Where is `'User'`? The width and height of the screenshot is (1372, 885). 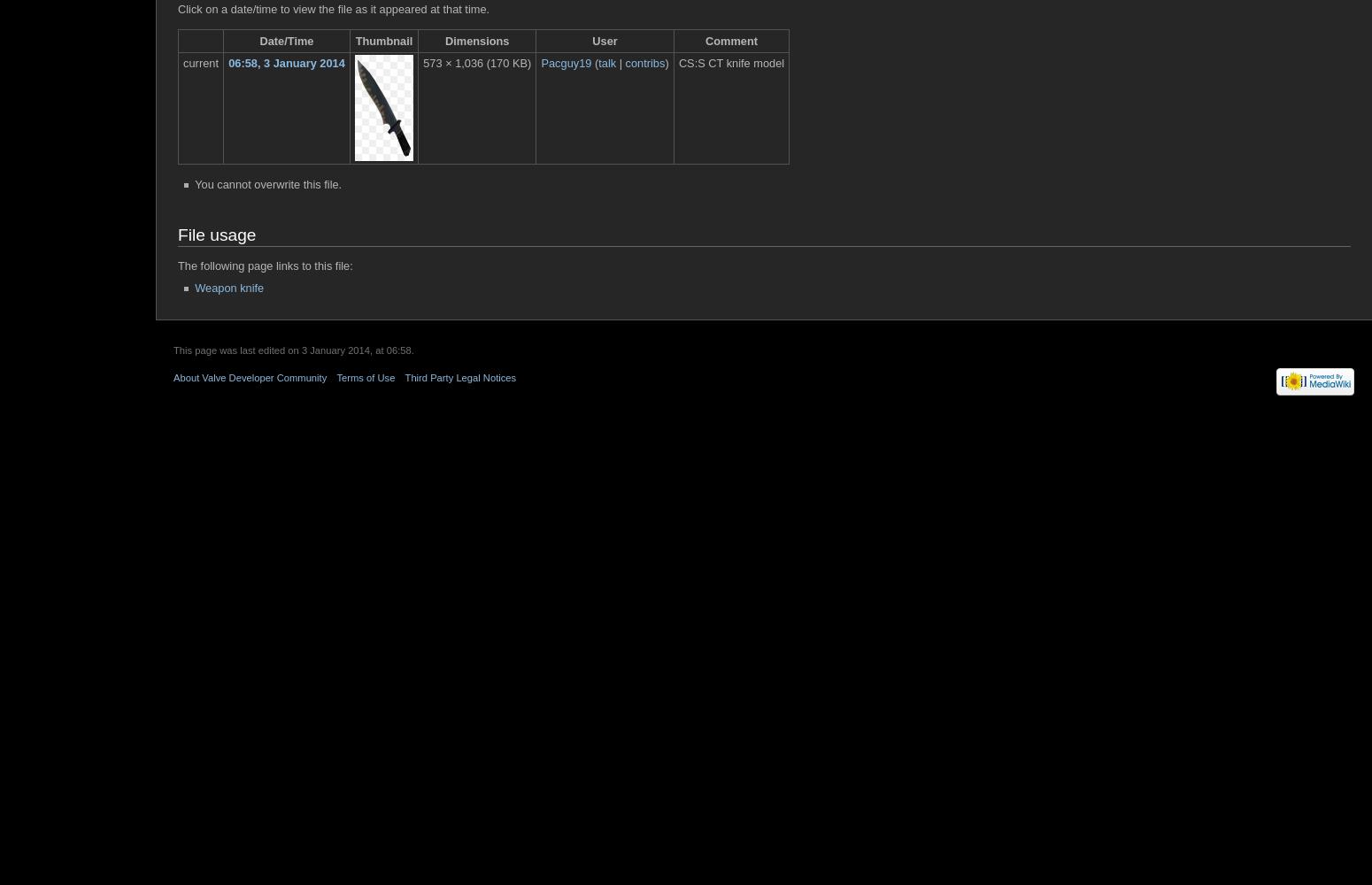
'User' is located at coordinates (590, 40).